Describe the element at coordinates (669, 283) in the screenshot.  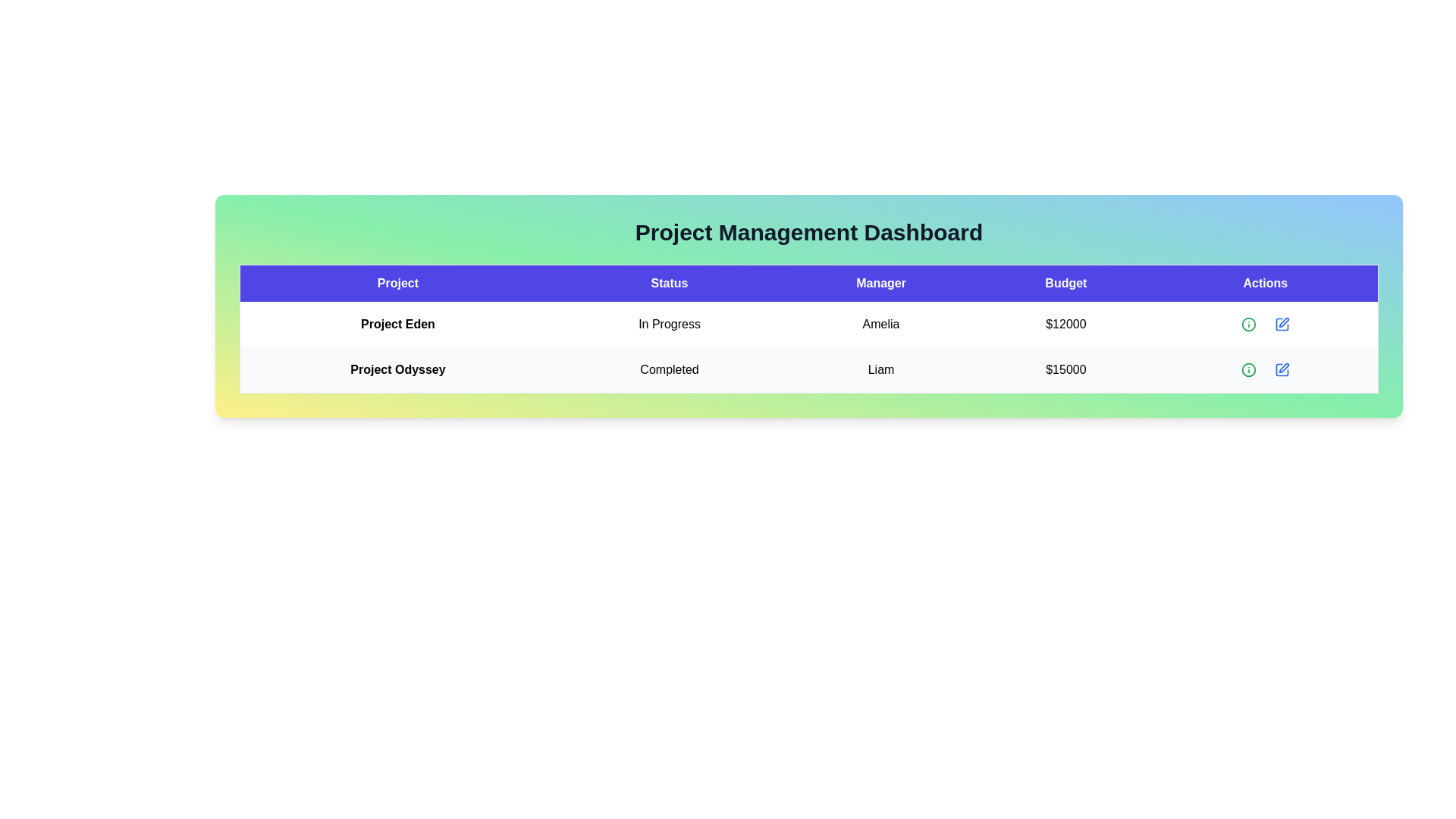
I see `the 'Status' text label` at that location.